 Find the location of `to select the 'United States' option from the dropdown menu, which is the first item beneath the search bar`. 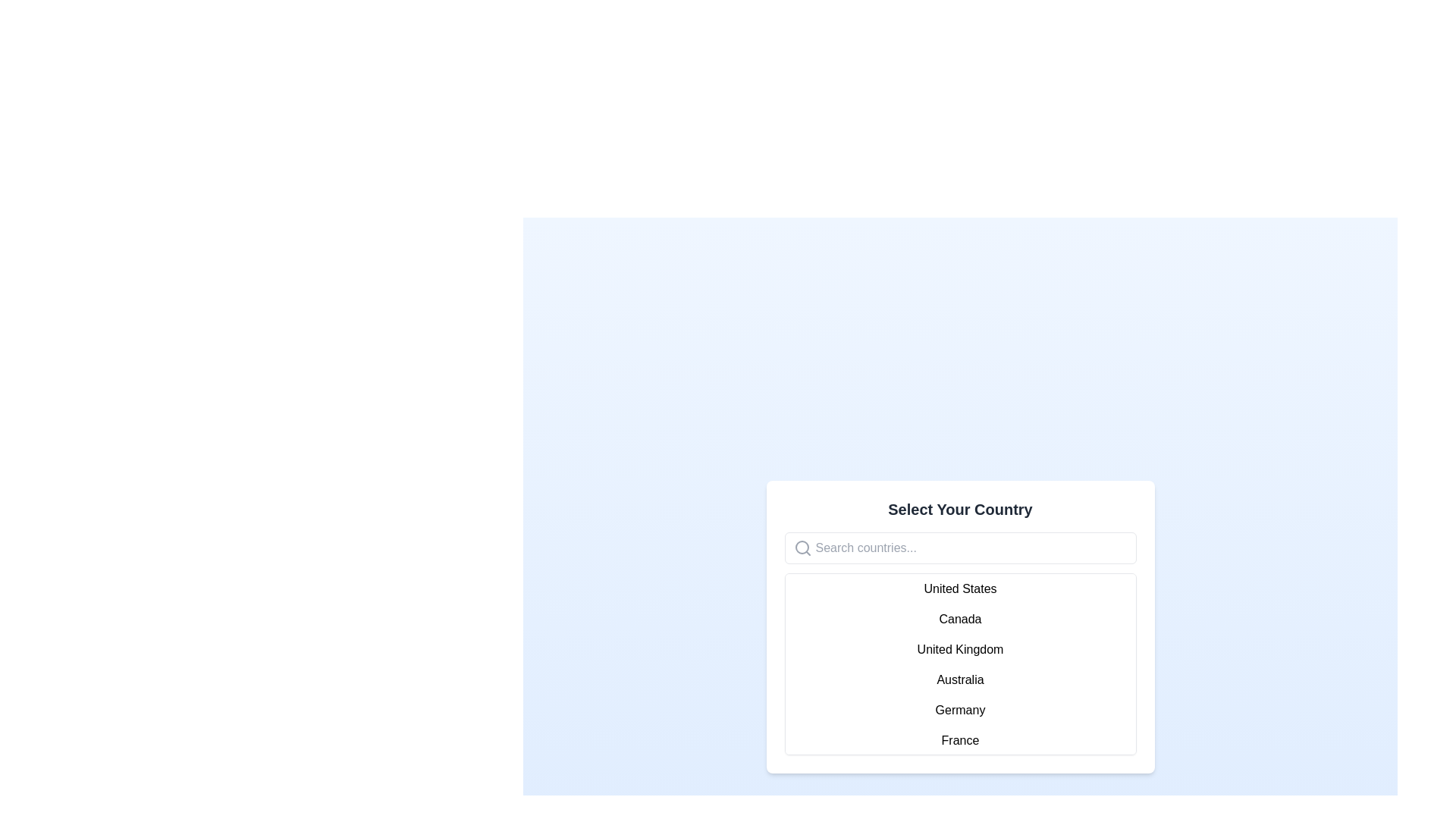

to select the 'United States' option from the dropdown menu, which is the first item beneath the search bar is located at coordinates (959, 588).